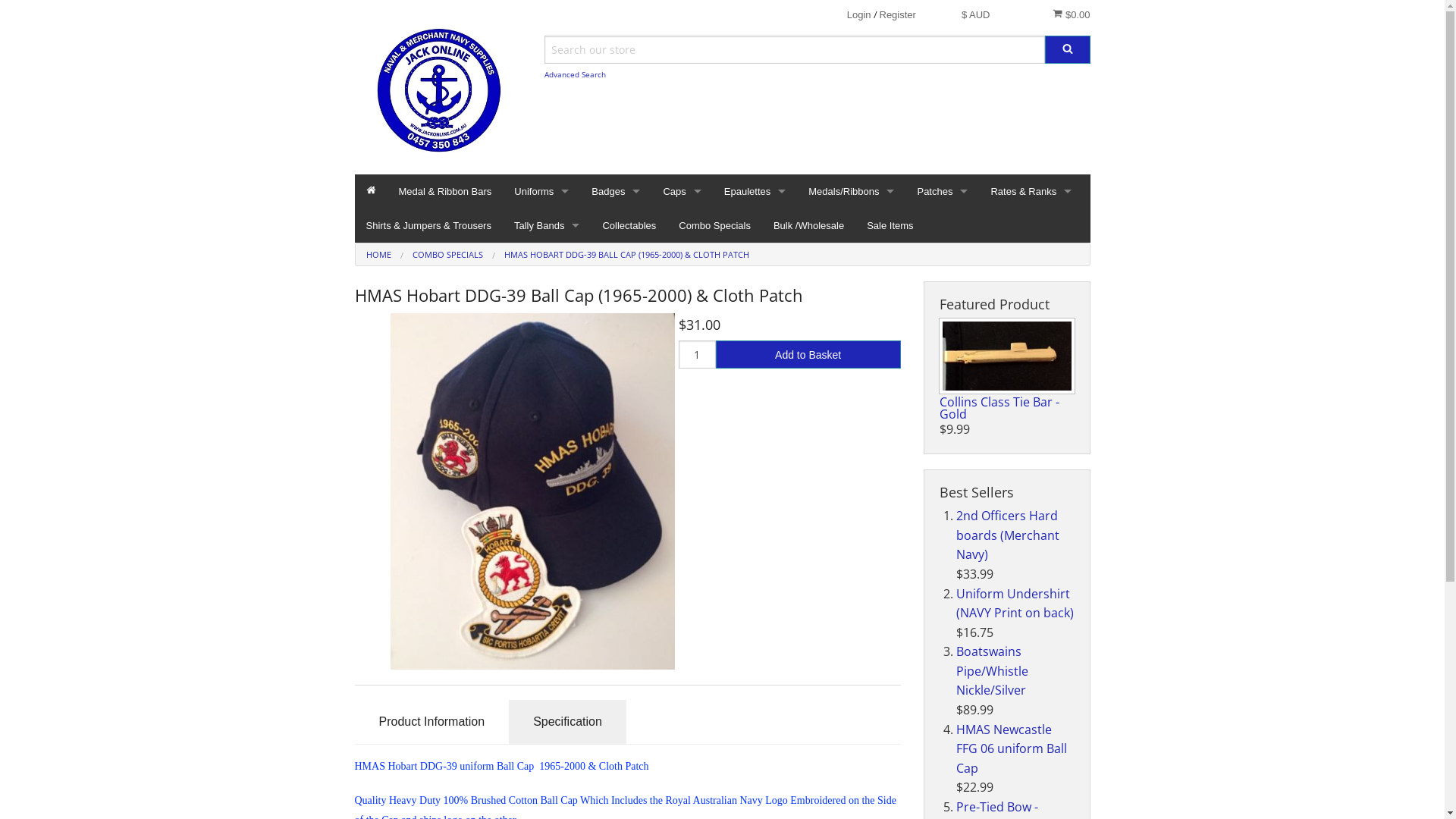 This screenshot has height=819, width=1456. I want to click on 'Caps', so click(680, 190).